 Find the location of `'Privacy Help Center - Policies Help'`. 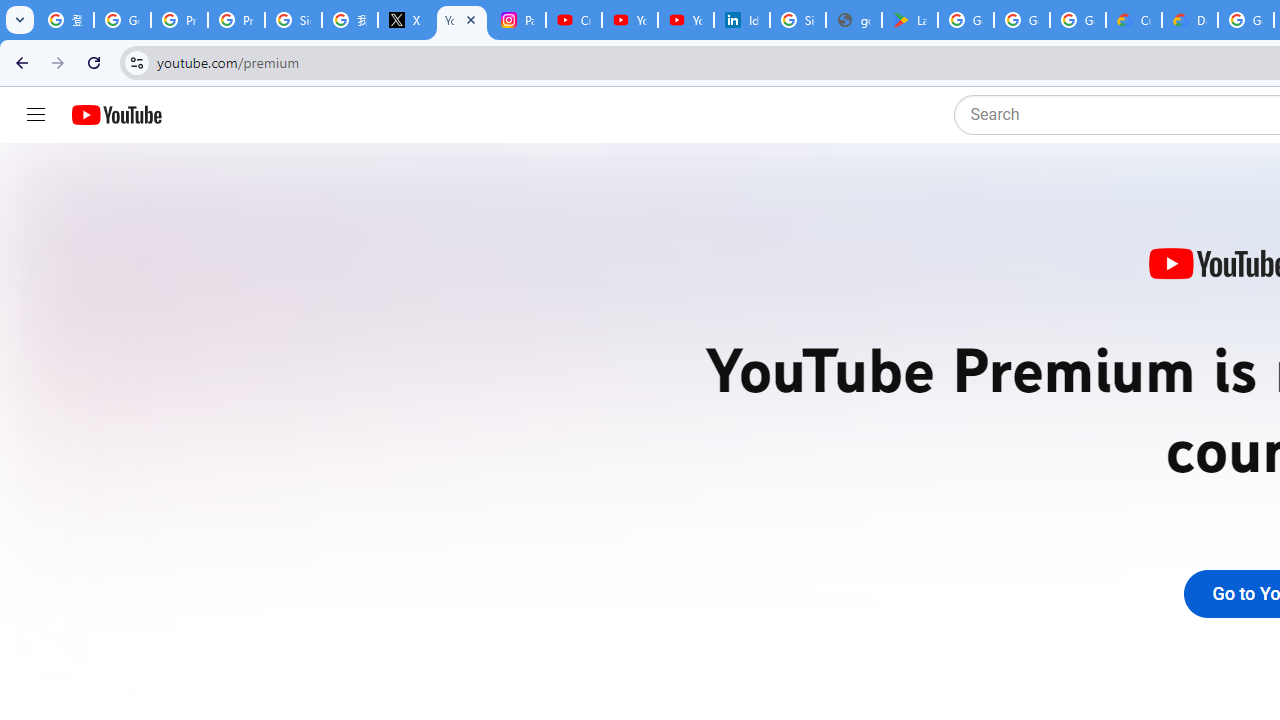

'Privacy Help Center - Policies Help' is located at coordinates (236, 20).